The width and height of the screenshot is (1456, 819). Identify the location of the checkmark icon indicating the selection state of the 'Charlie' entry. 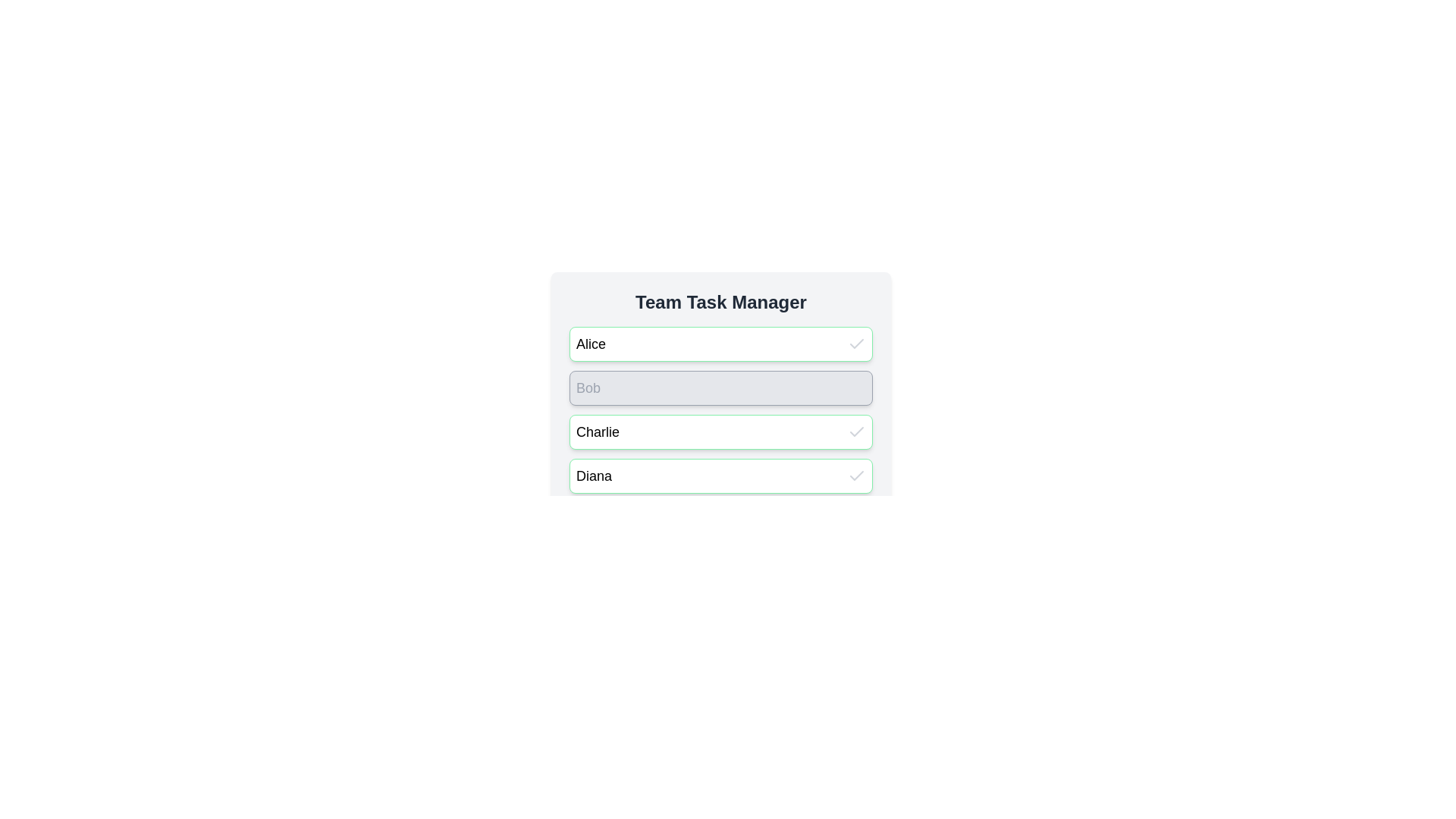
(856, 432).